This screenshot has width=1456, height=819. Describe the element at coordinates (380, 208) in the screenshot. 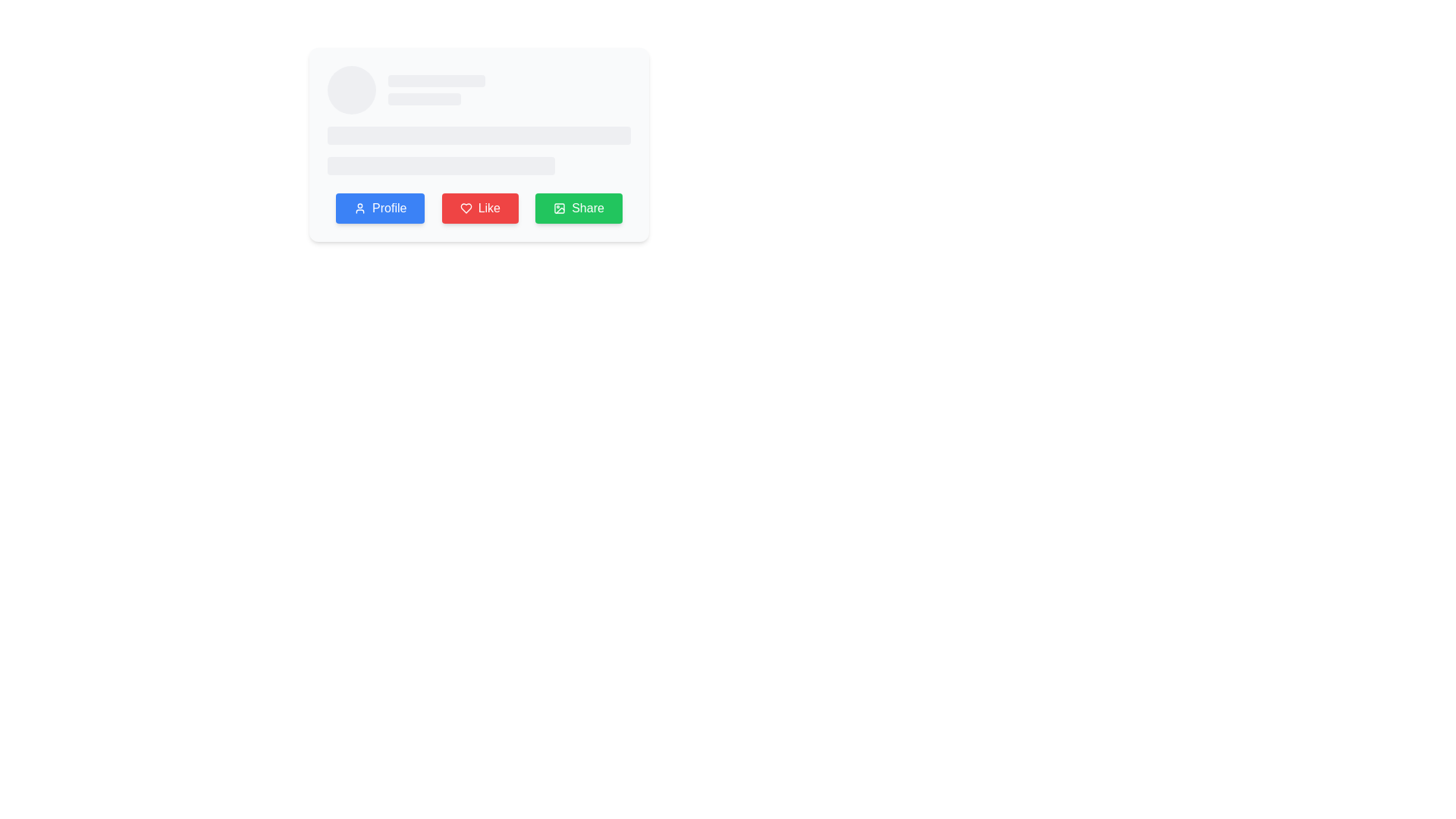

I see `the user profile button, which is the first button in a row of three, positioned to the left of the 'Like' and 'Share' buttons` at that location.